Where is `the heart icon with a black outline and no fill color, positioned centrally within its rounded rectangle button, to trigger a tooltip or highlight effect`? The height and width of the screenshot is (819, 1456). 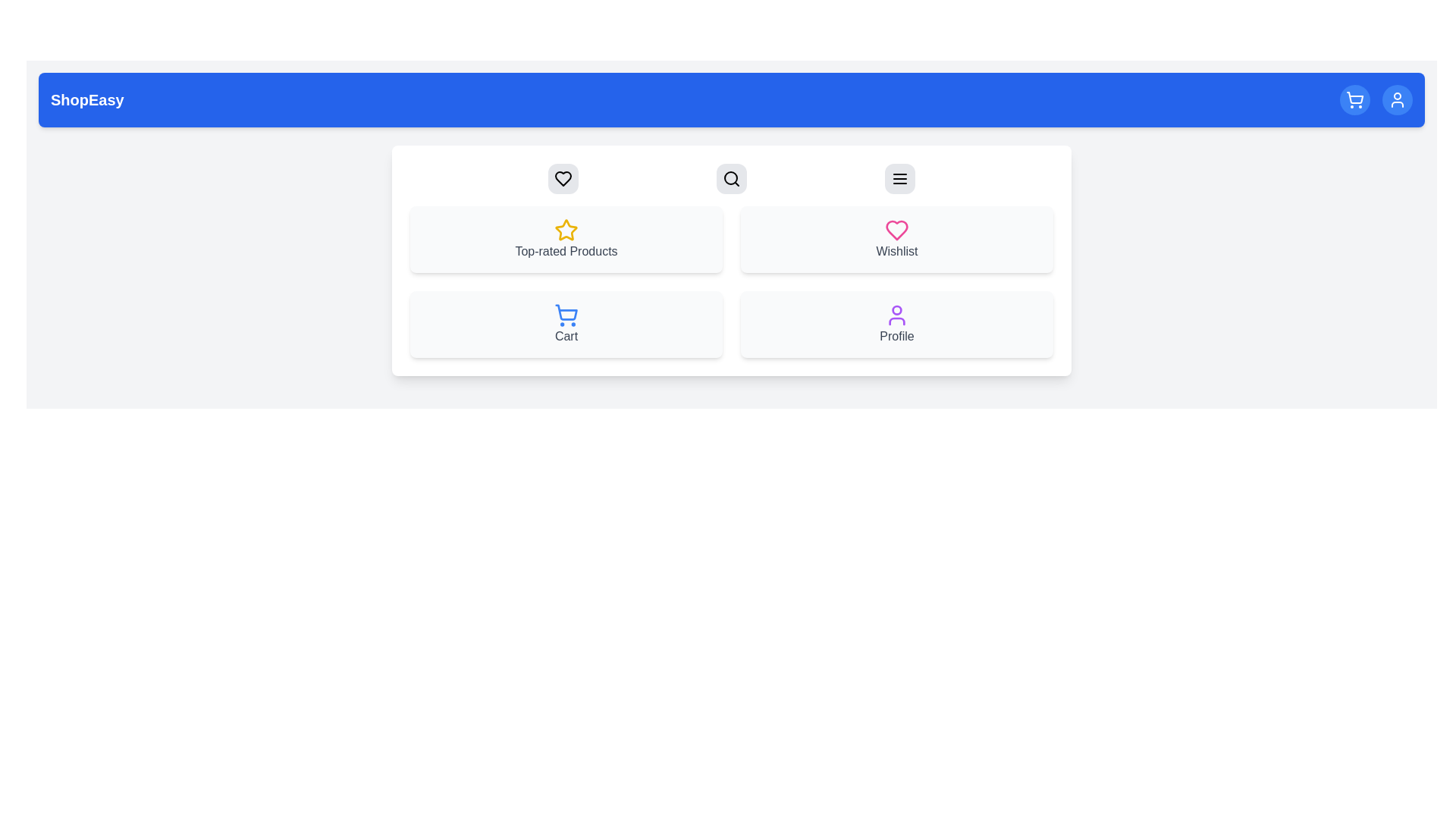
the heart icon with a black outline and no fill color, positioned centrally within its rounded rectangle button, to trigger a tooltip or highlight effect is located at coordinates (563, 177).